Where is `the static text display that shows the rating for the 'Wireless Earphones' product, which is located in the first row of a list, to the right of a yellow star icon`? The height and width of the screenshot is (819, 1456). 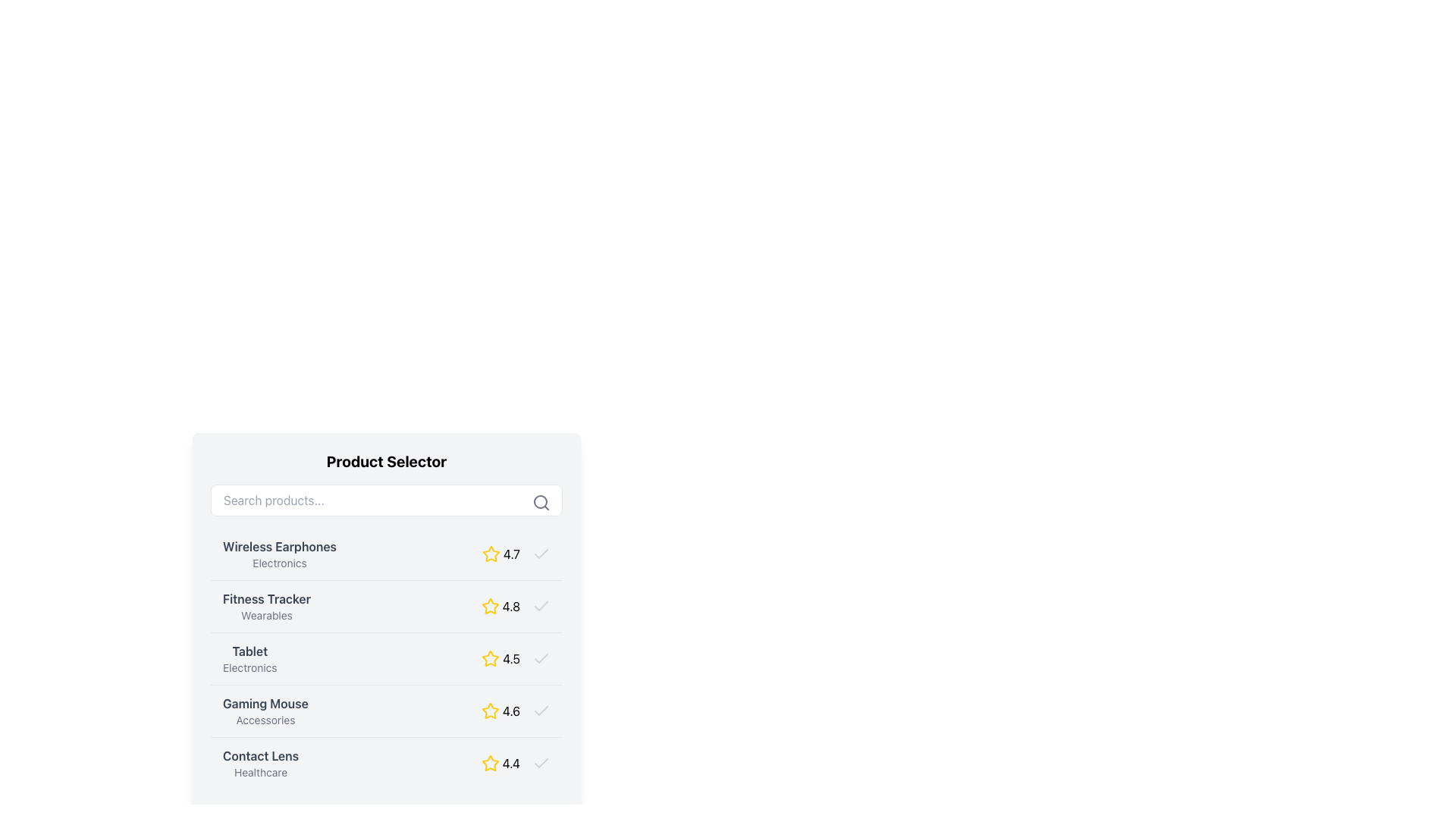 the static text display that shows the rating for the 'Wireless Earphones' product, which is located in the first row of a list, to the right of a yellow star icon is located at coordinates (511, 554).